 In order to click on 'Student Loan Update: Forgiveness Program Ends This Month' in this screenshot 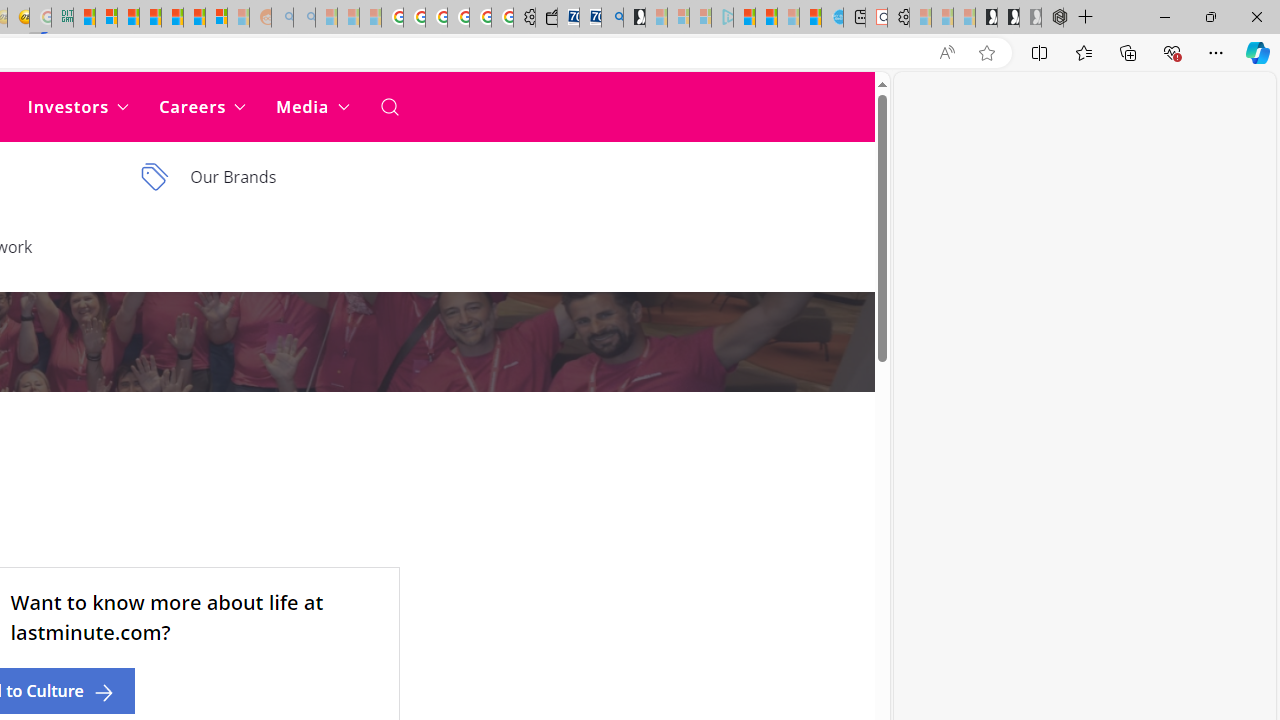, I will do `click(149, 17)`.